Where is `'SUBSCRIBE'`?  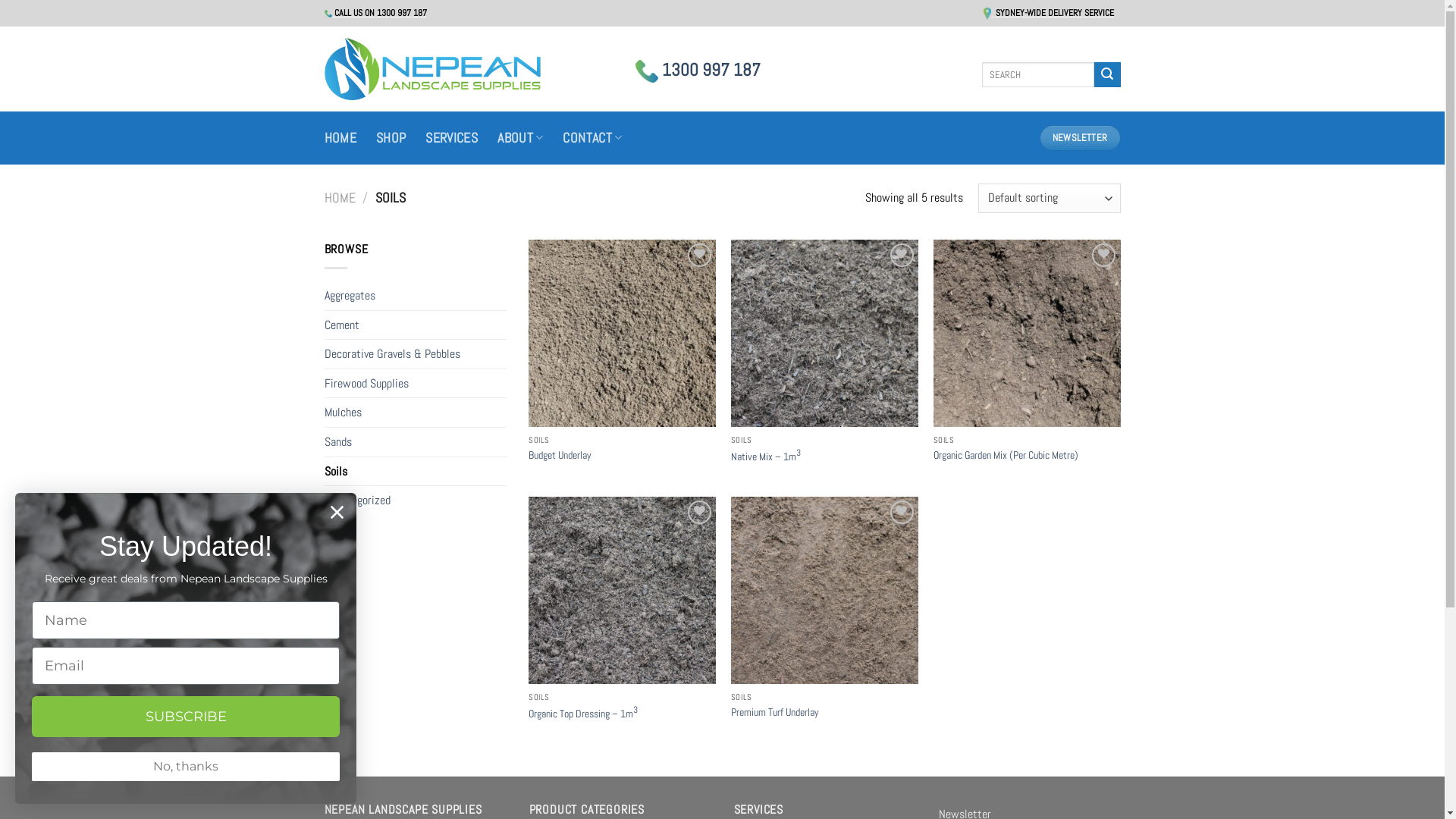
'SUBSCRIBE' is located at coordinates (184, 717).